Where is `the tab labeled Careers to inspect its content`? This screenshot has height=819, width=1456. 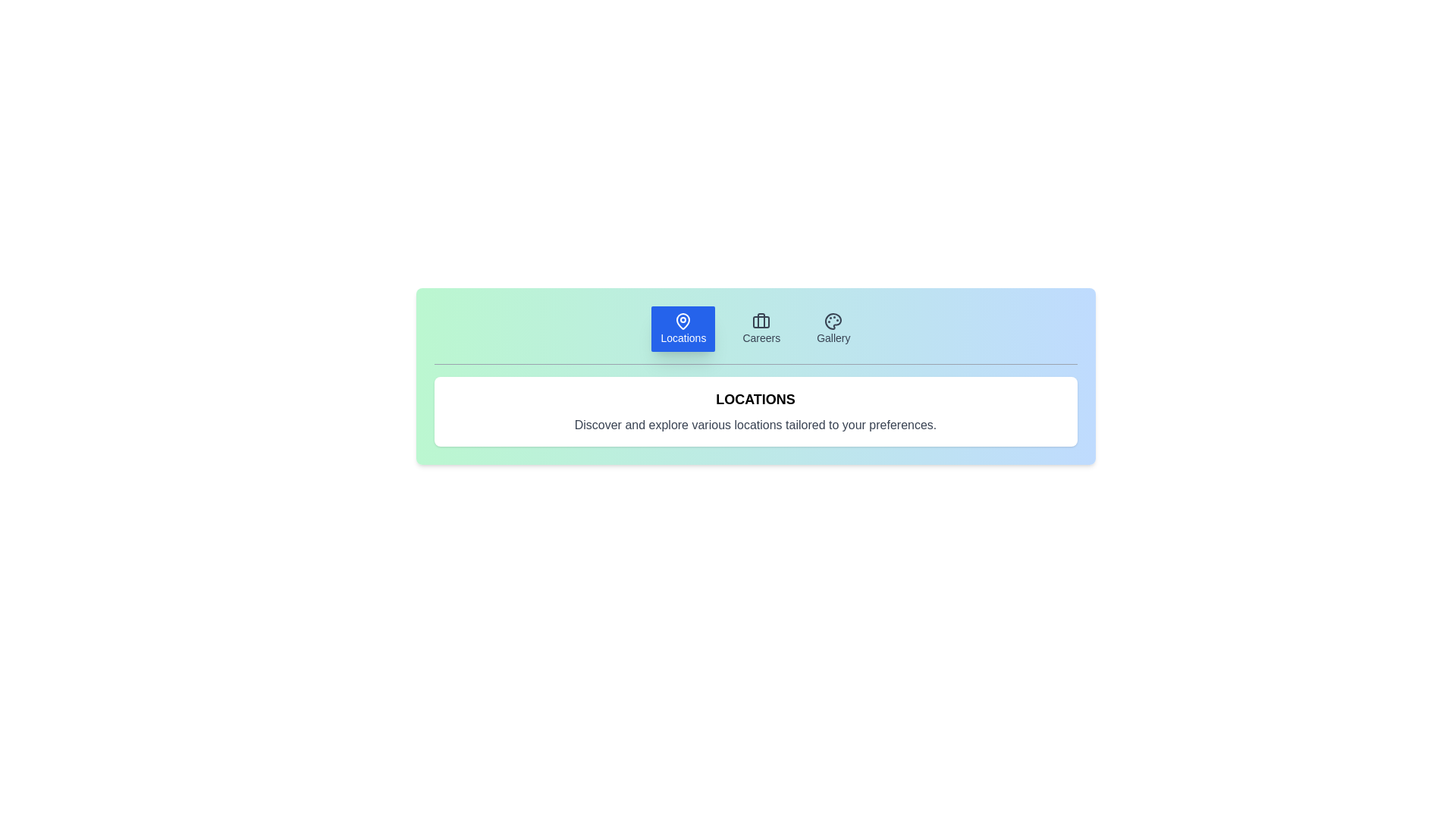
the tab labeled Careers to inspect its content is located at coordinates (761, 328).